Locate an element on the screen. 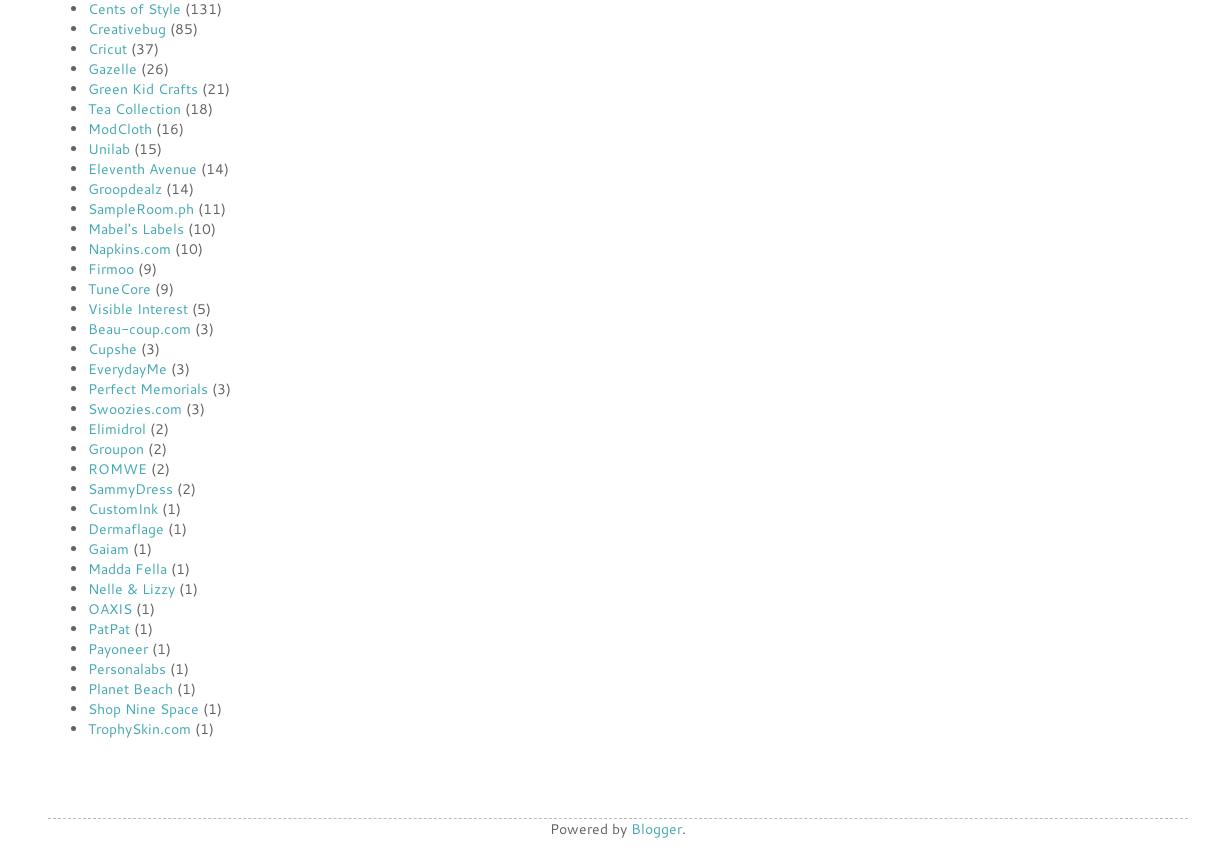  'Cricut' is located at coordinates (107, 47).